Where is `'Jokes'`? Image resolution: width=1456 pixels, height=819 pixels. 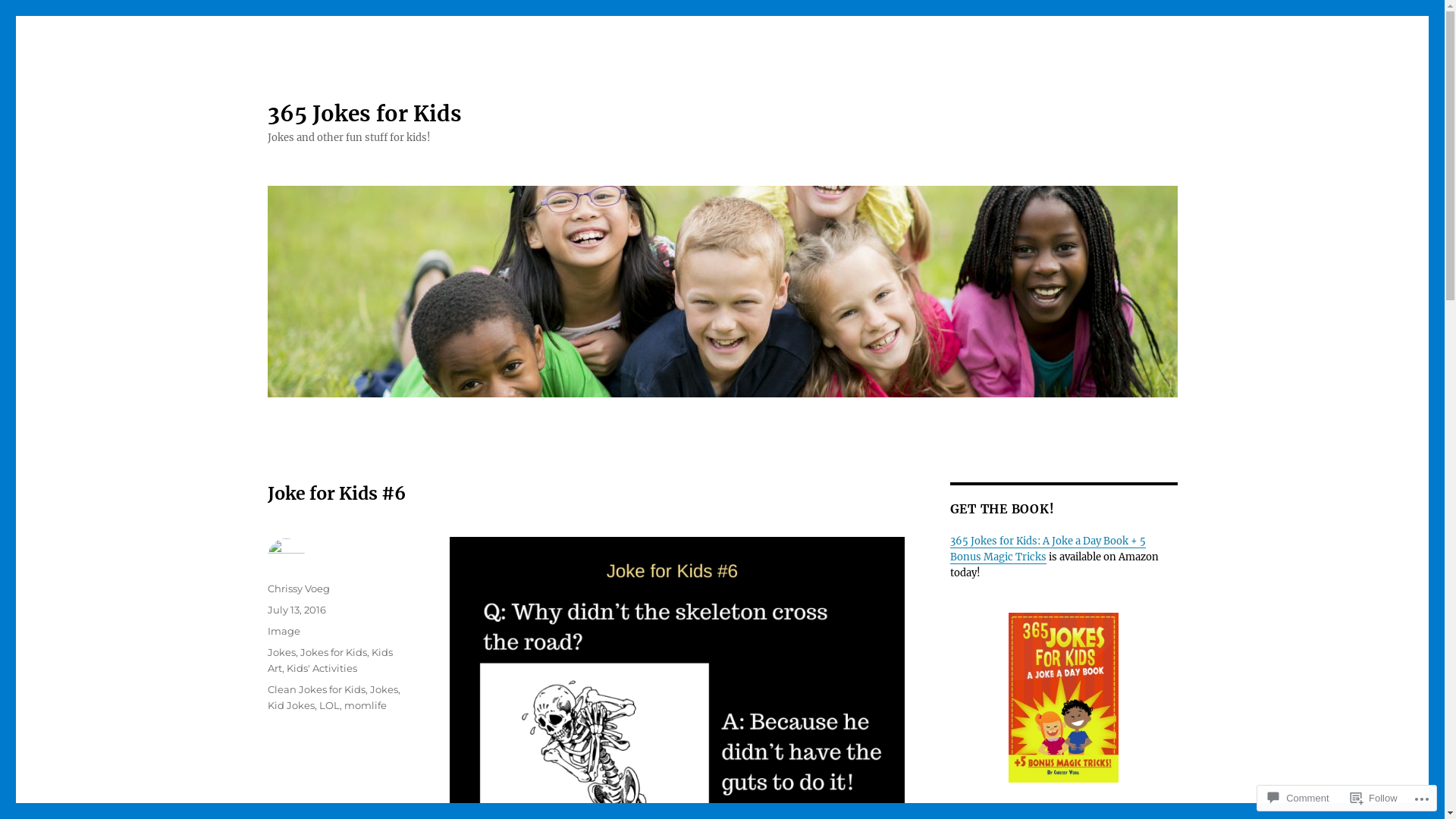 'Jokes' is located at coordinates (384, 689).